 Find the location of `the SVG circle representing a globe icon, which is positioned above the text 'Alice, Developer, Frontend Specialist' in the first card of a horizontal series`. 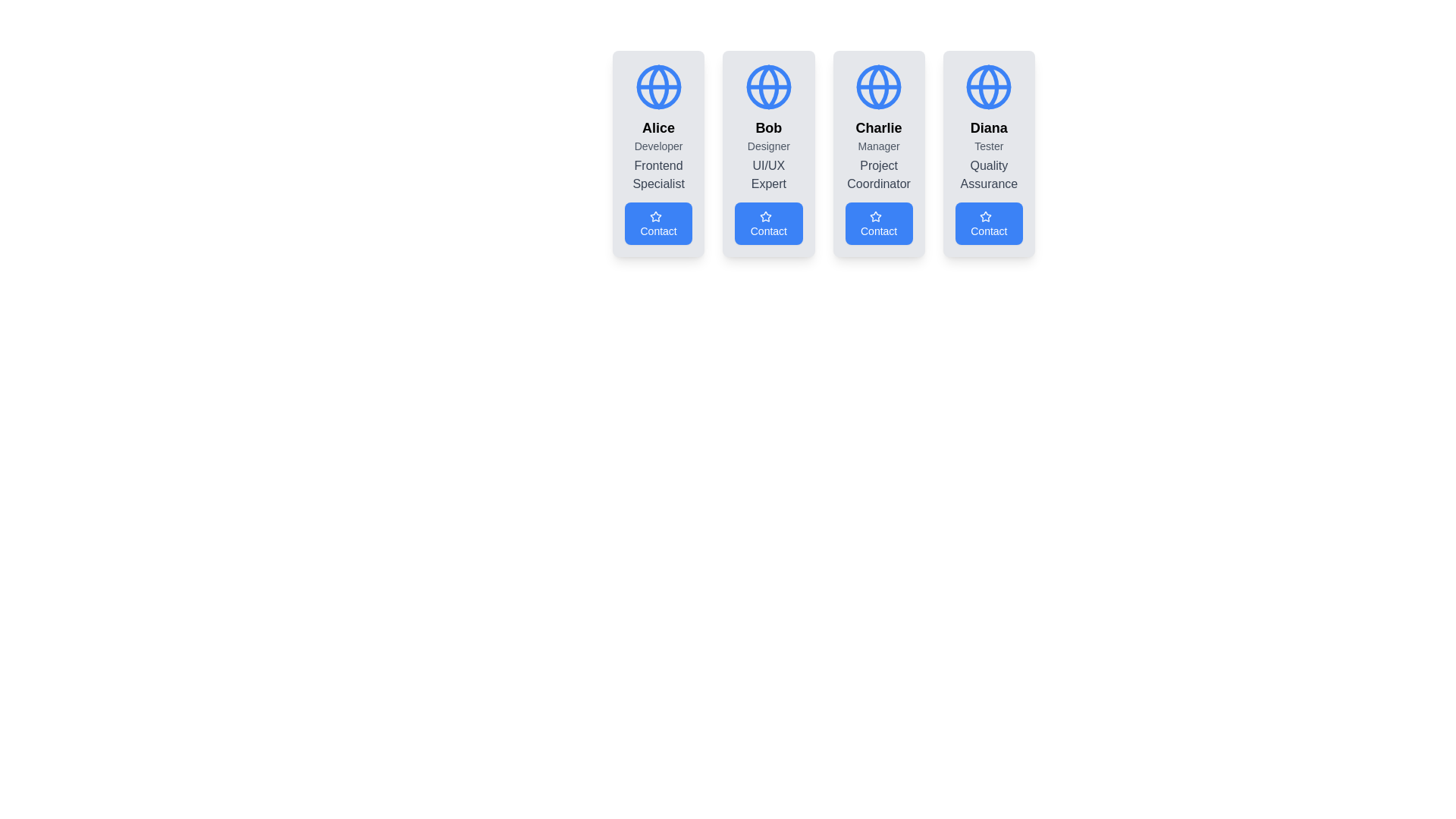

the SVG circle representing a globe icon, which is positioned above the text 'Alice, Developer, Frontend Specialist' in the first card of a horizontal series is located at coordinates (658, 87).